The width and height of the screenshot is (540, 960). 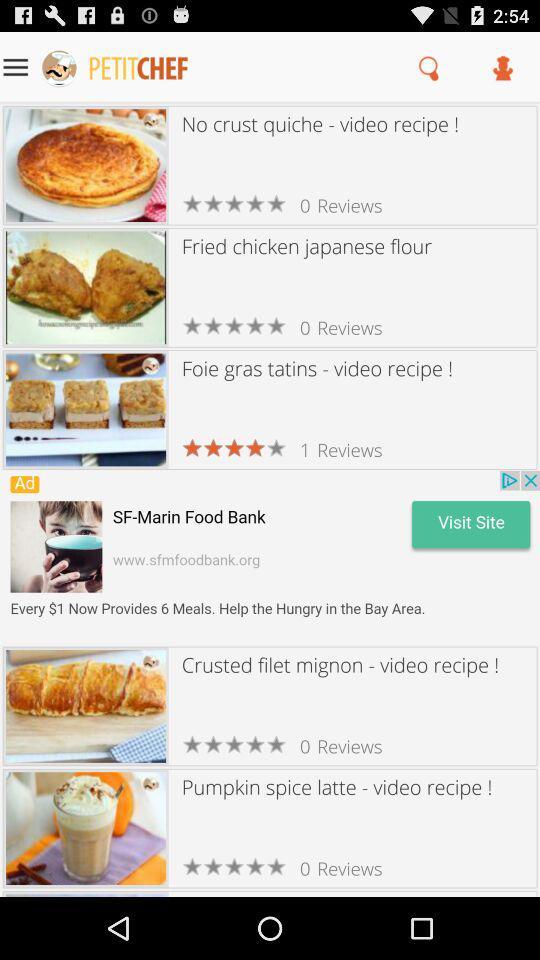 I want to click on advertisement, so click(x=270, y=557).